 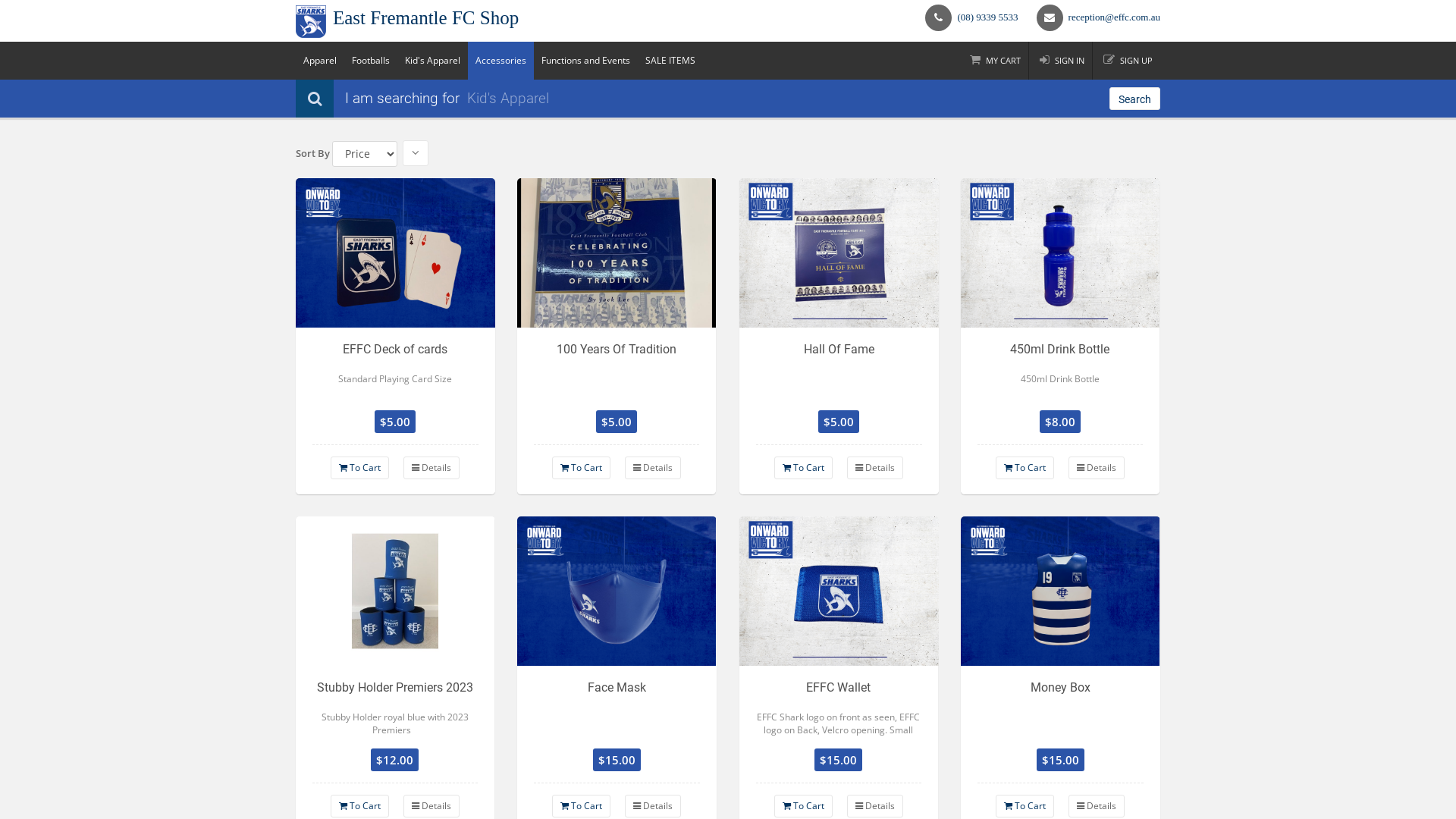 I want to click on 'To Cart', so click(x=359, y=467).